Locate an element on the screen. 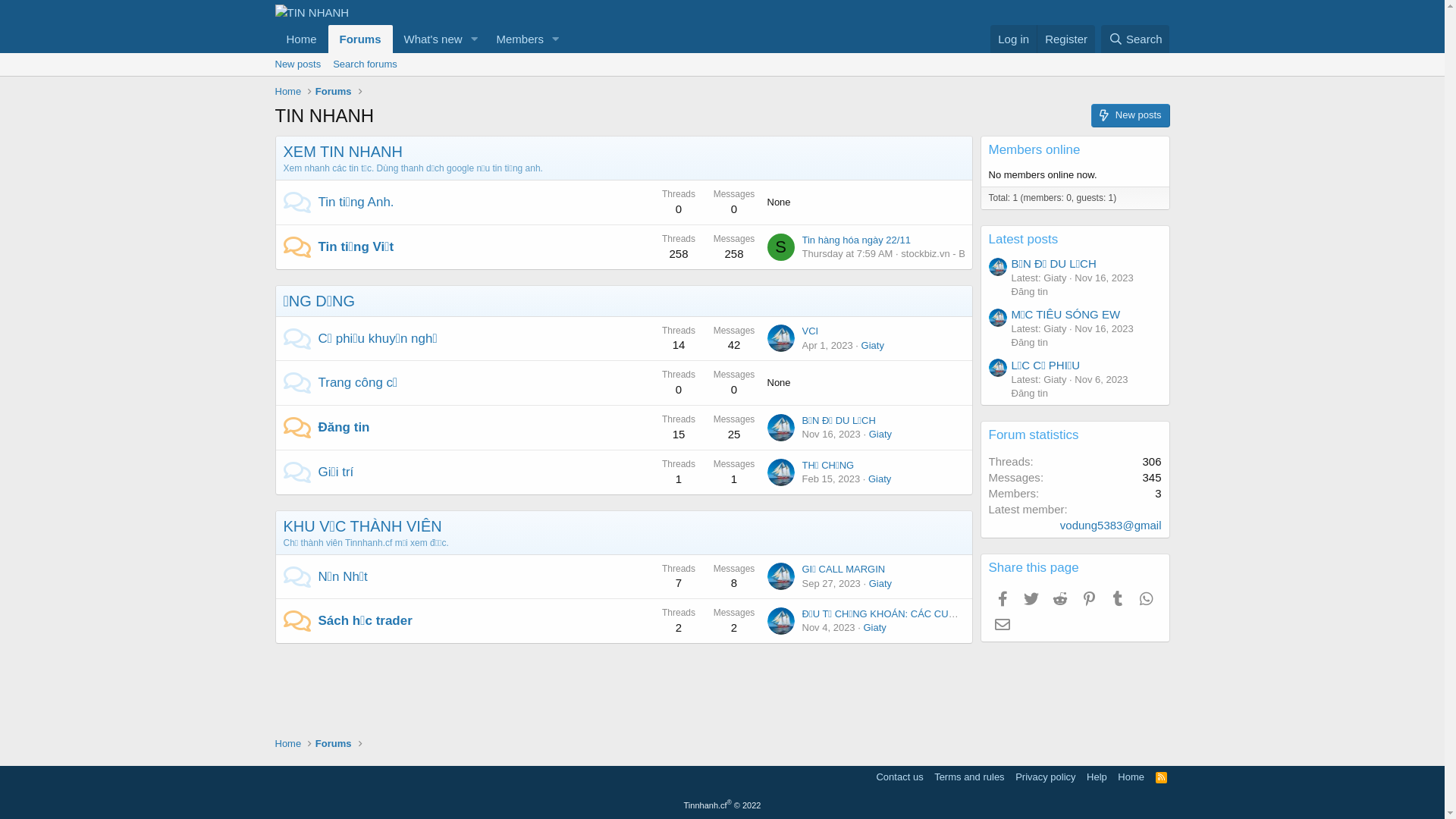 Image resolution: width=1456 pixels, height=819 pixels. 'Reddit' is located at coordinates (1046, 598).